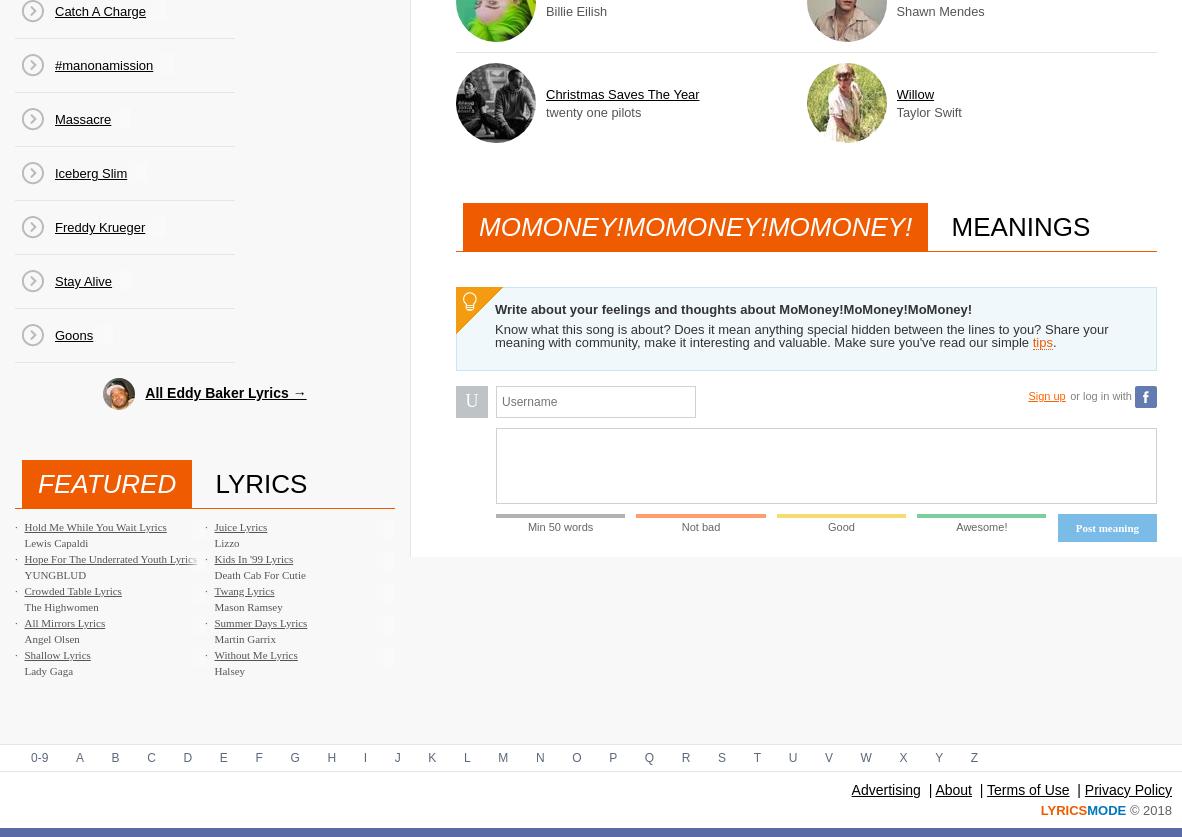 This screenshot has width=1182, height=837. I want to click on 'Summer Days Lyrics', so click(212, 622).